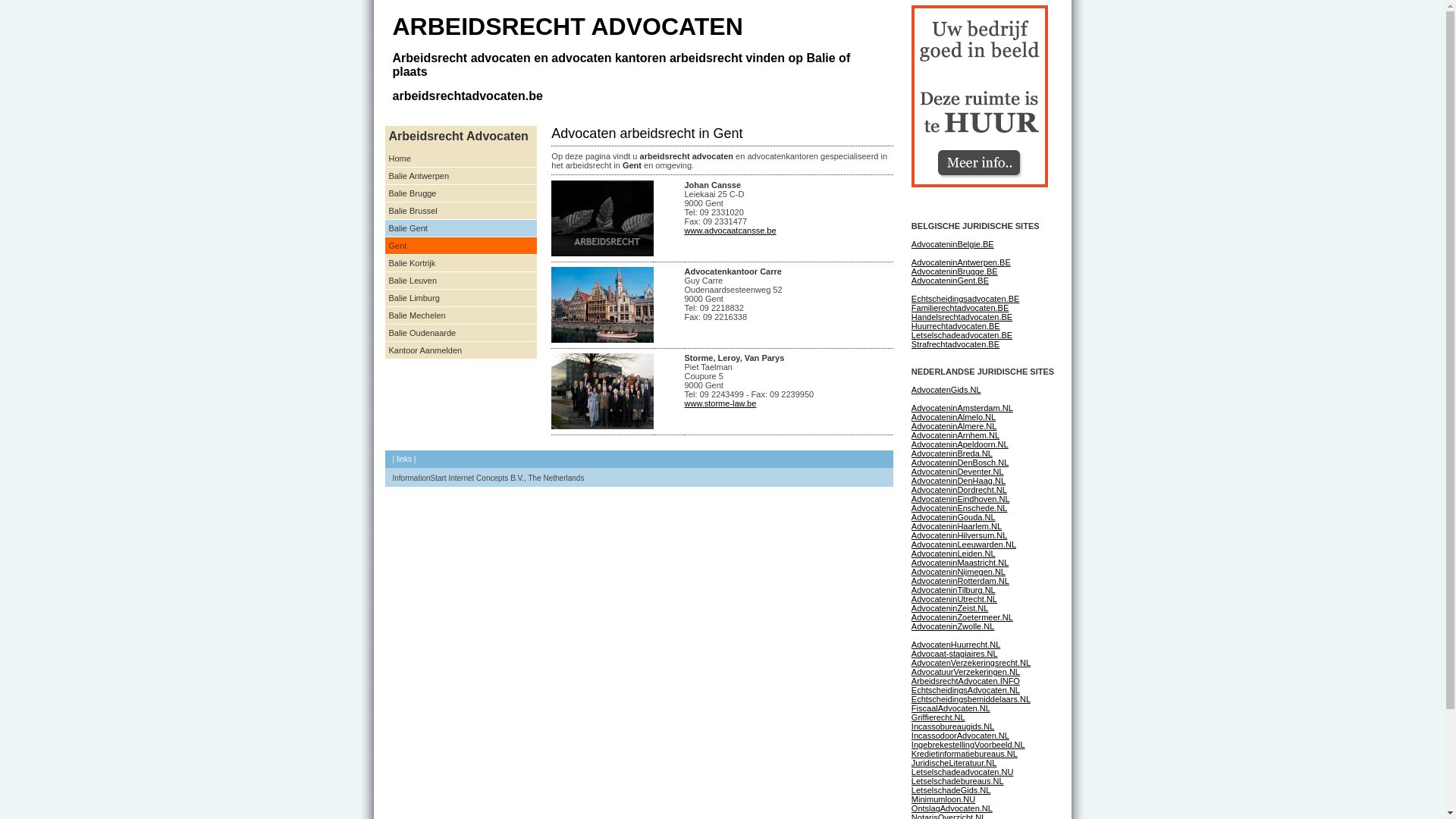  I want to click on 'AdvocateninZeist.NL', so click(949, 607).